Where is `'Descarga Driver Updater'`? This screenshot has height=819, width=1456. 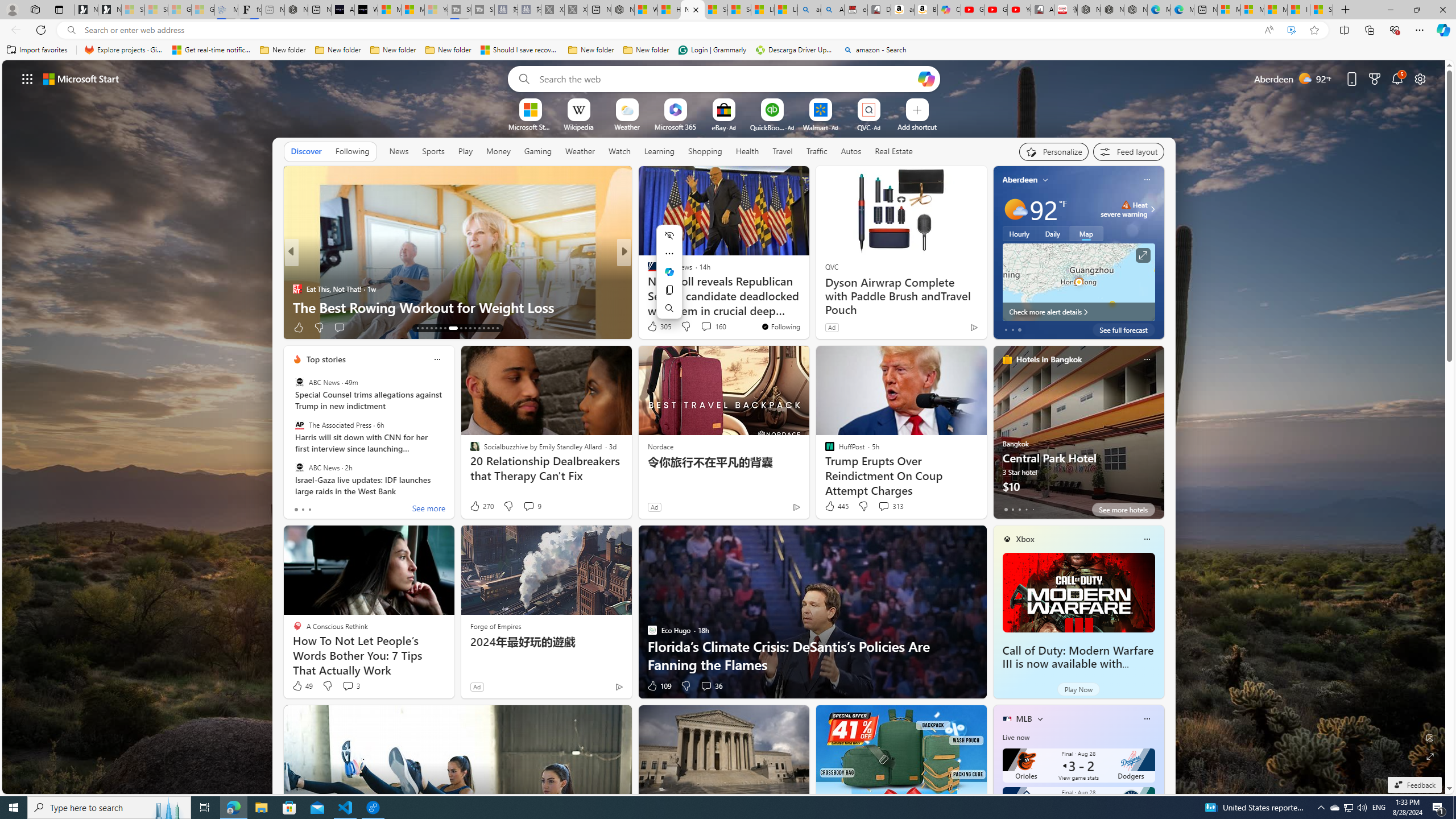
'Descarga Driver Updater' is located at coordinates (795, 49).